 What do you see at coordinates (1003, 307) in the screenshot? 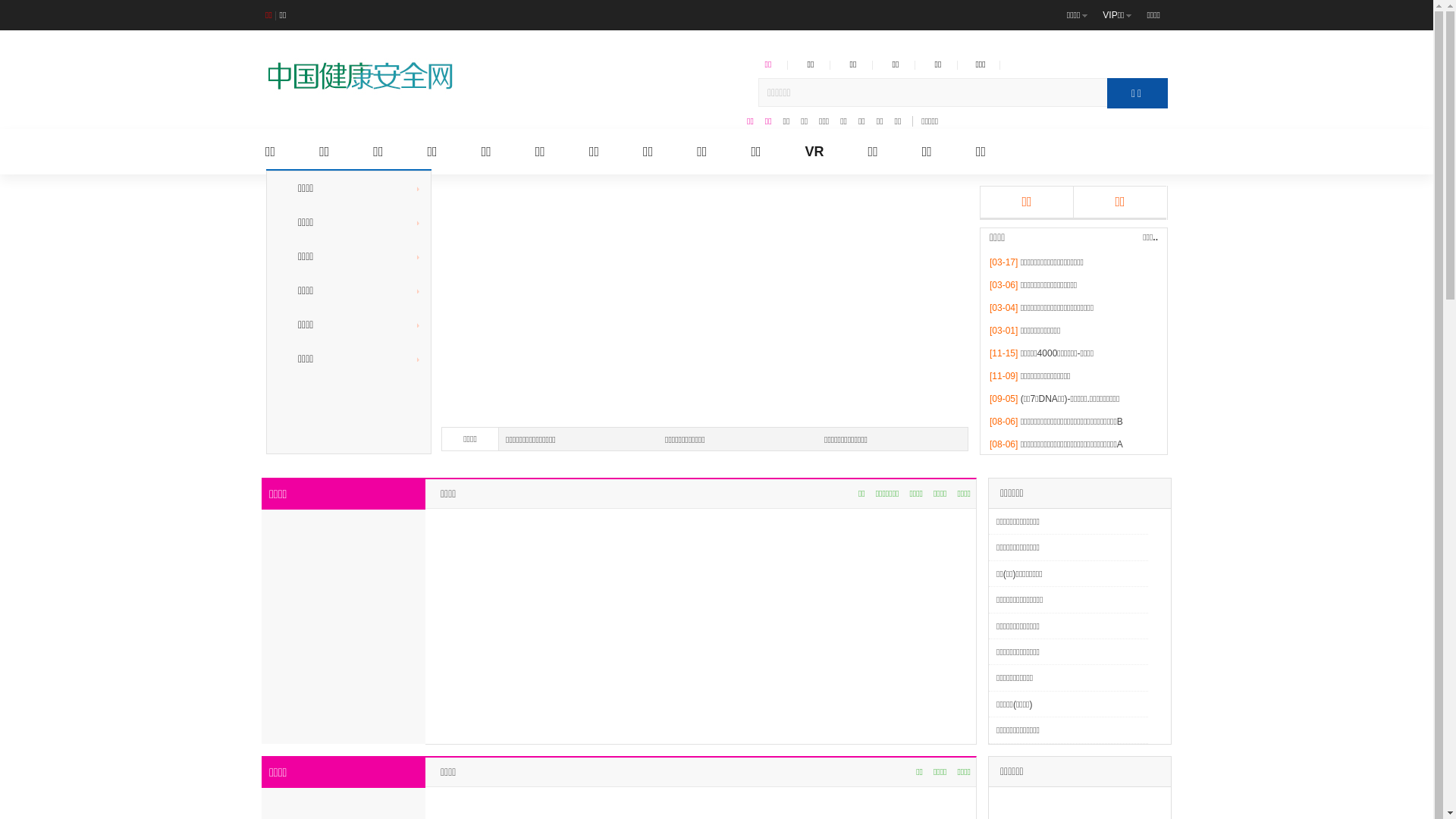
I see `'[03-04]'` at bounding box center [1003, 307].